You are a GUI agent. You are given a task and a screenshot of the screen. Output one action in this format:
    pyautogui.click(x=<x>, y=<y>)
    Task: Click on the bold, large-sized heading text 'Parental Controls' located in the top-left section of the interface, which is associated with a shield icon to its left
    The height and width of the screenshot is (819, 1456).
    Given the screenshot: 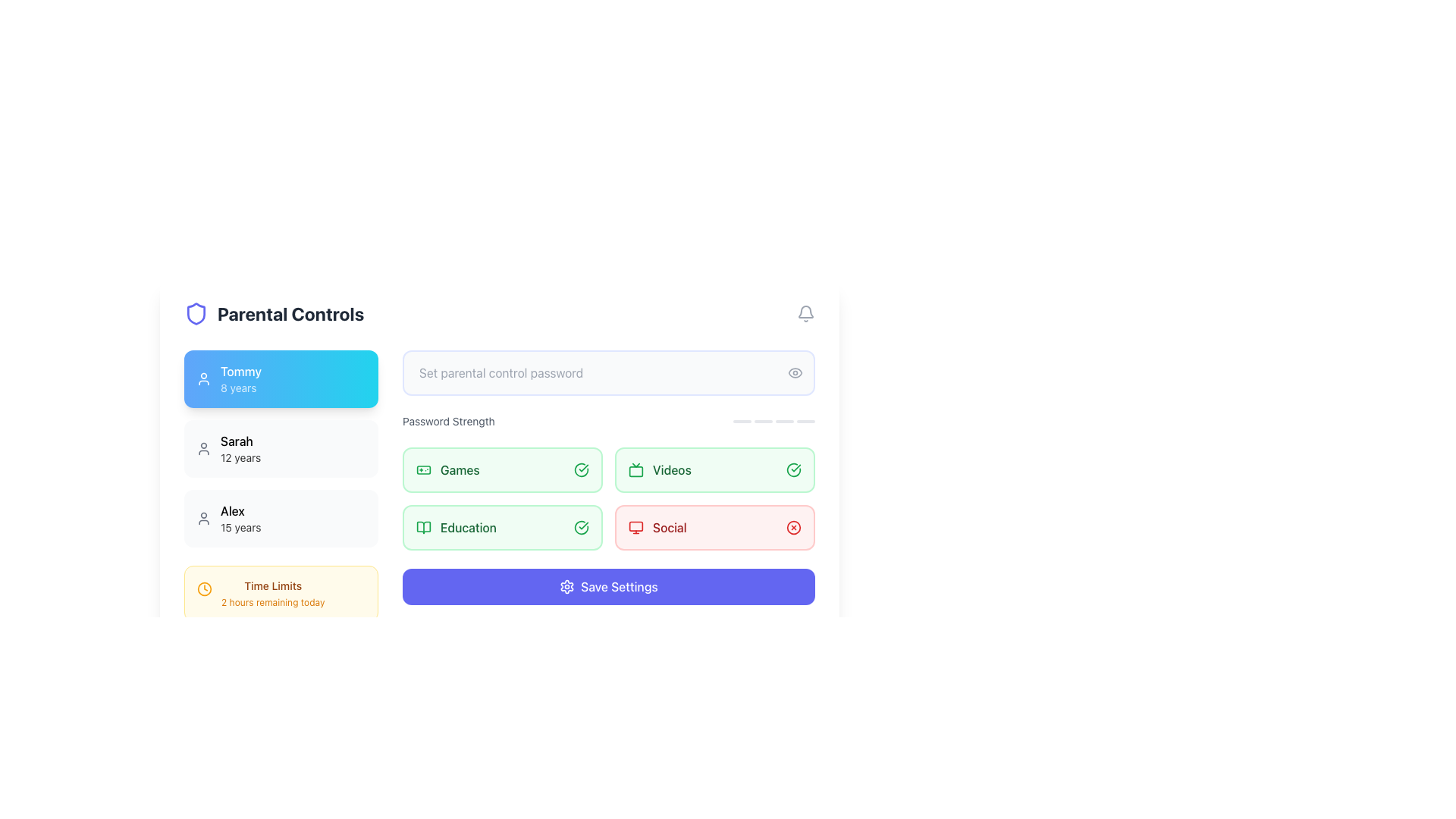 What is the action you would take?
    pyautogui.click(x=290, y=312)
    